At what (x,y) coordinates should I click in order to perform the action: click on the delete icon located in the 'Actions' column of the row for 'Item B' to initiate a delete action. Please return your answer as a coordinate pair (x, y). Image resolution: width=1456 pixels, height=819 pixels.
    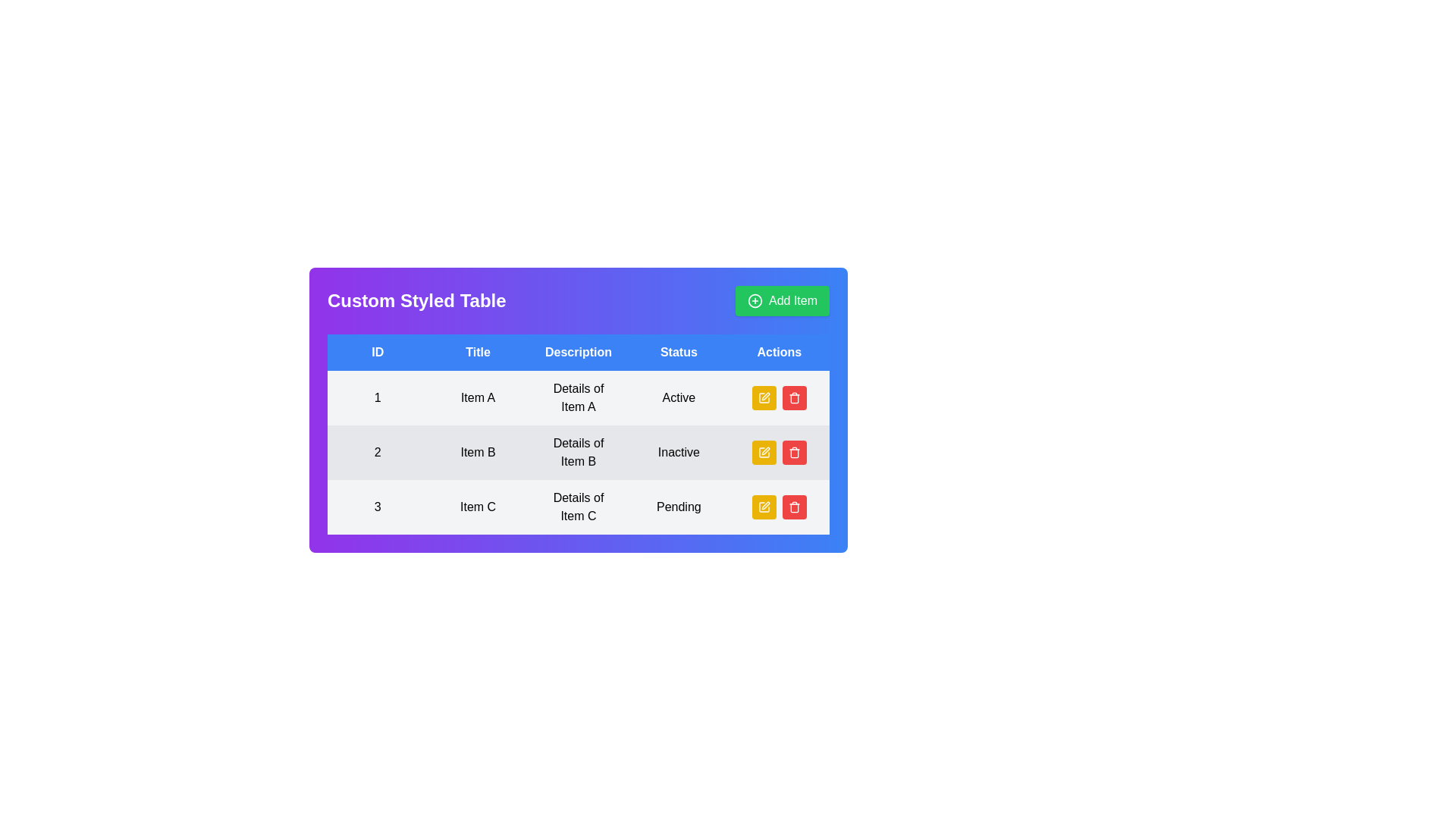
    Looking at the image, I should click on (793, 453).